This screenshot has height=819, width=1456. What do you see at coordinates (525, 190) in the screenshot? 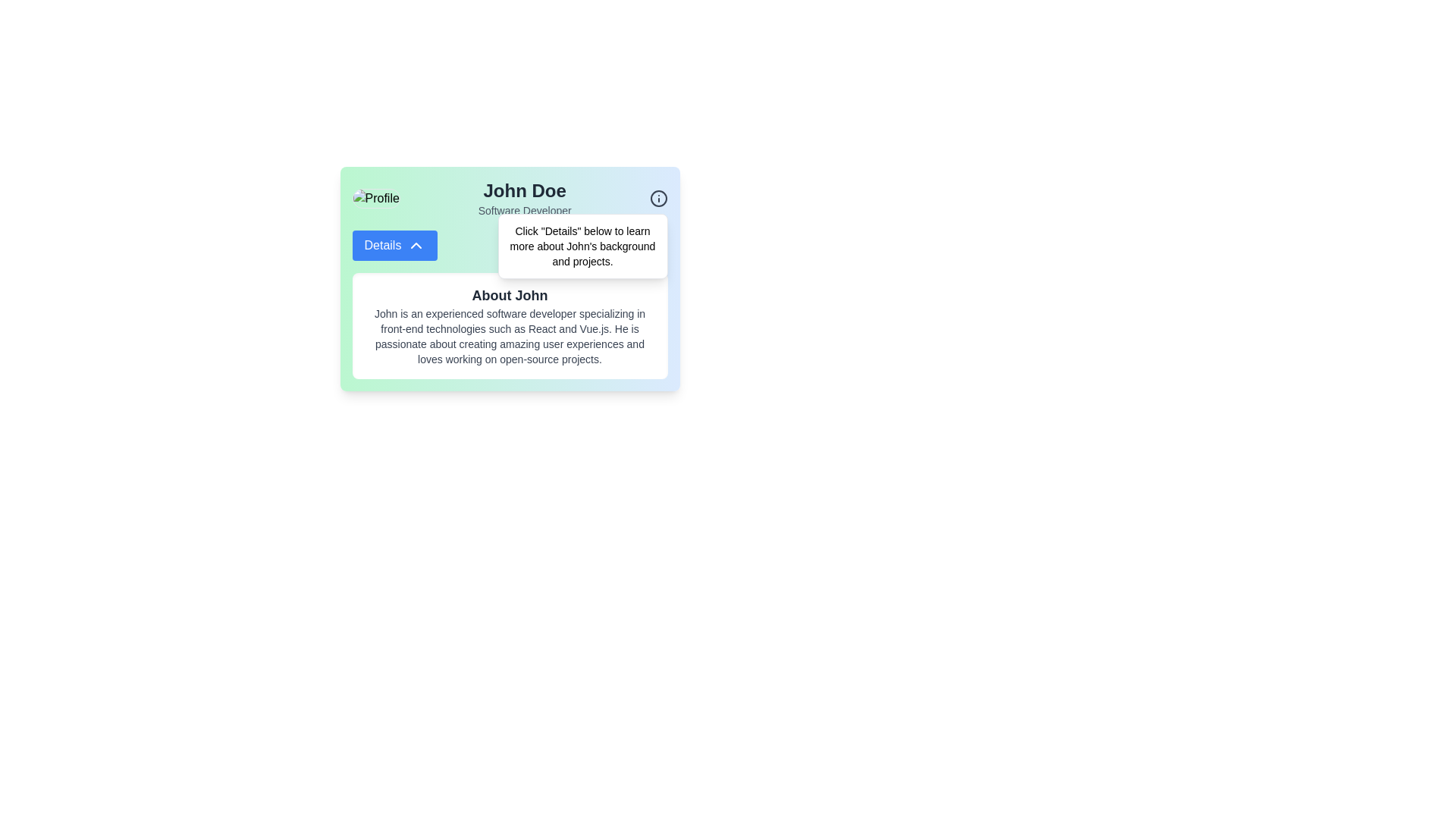
I see `text label displaying 'John Doe', which is located at the top-center of the profile card` at bounding box center [525, 190].